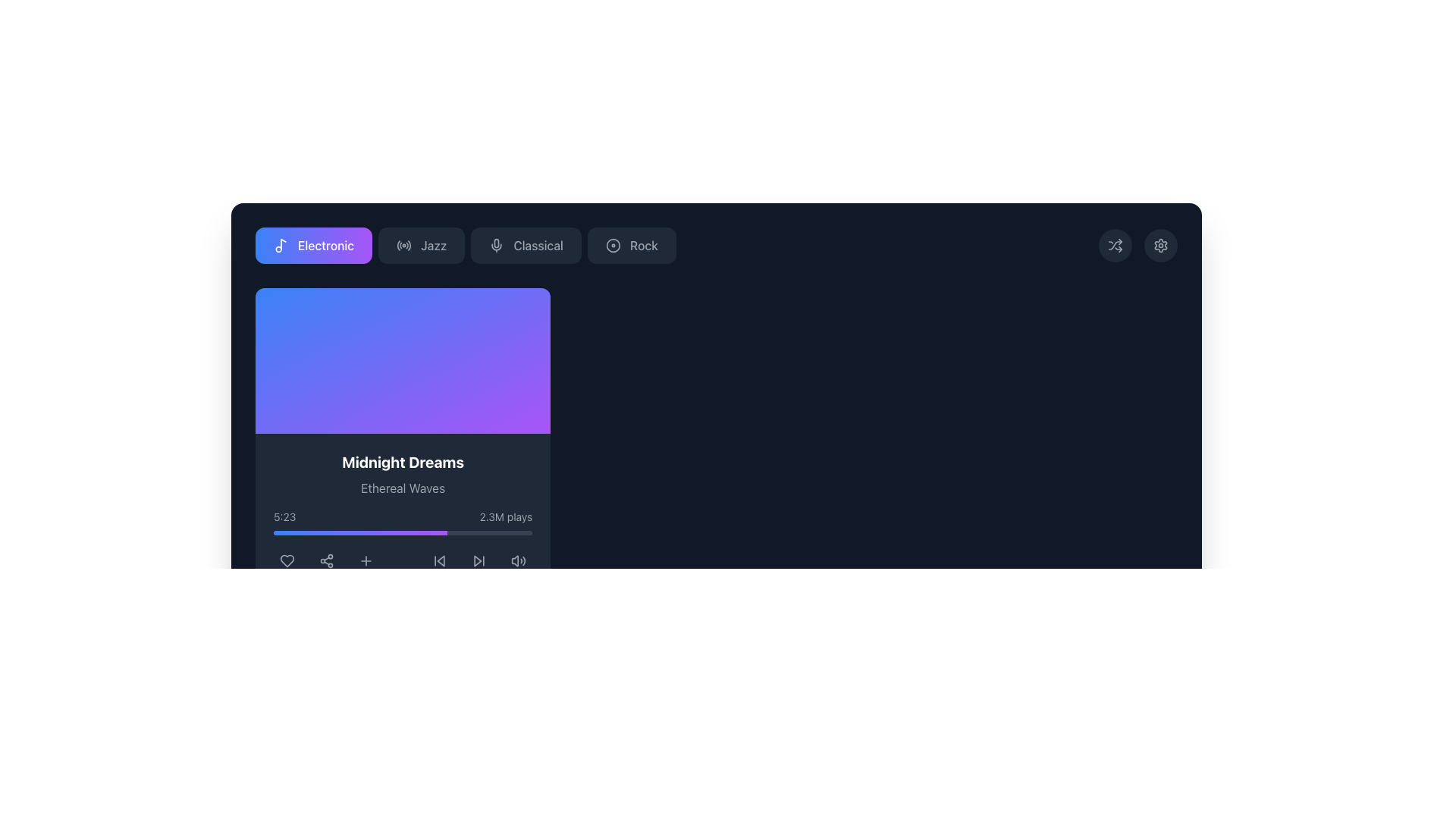 This screenshot has width=1456, height=819. What do you see at coordinates (311, 532) in the screenshot?
I see `the slider value` at bounding box center [311, 532].